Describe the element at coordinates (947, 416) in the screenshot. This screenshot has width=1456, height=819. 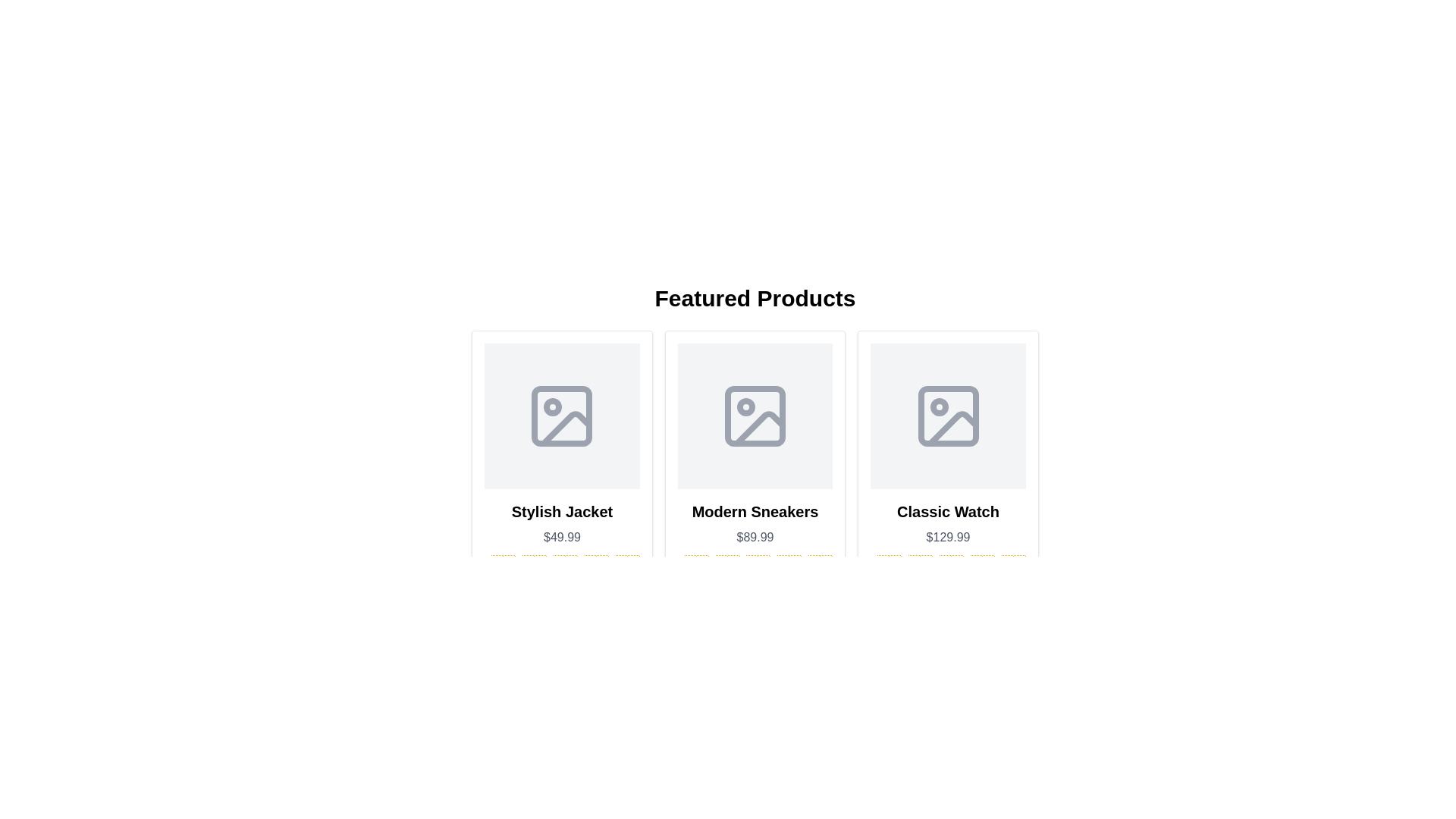
I see `the Image Placeholder for the 'Classic Watch'` at that location.